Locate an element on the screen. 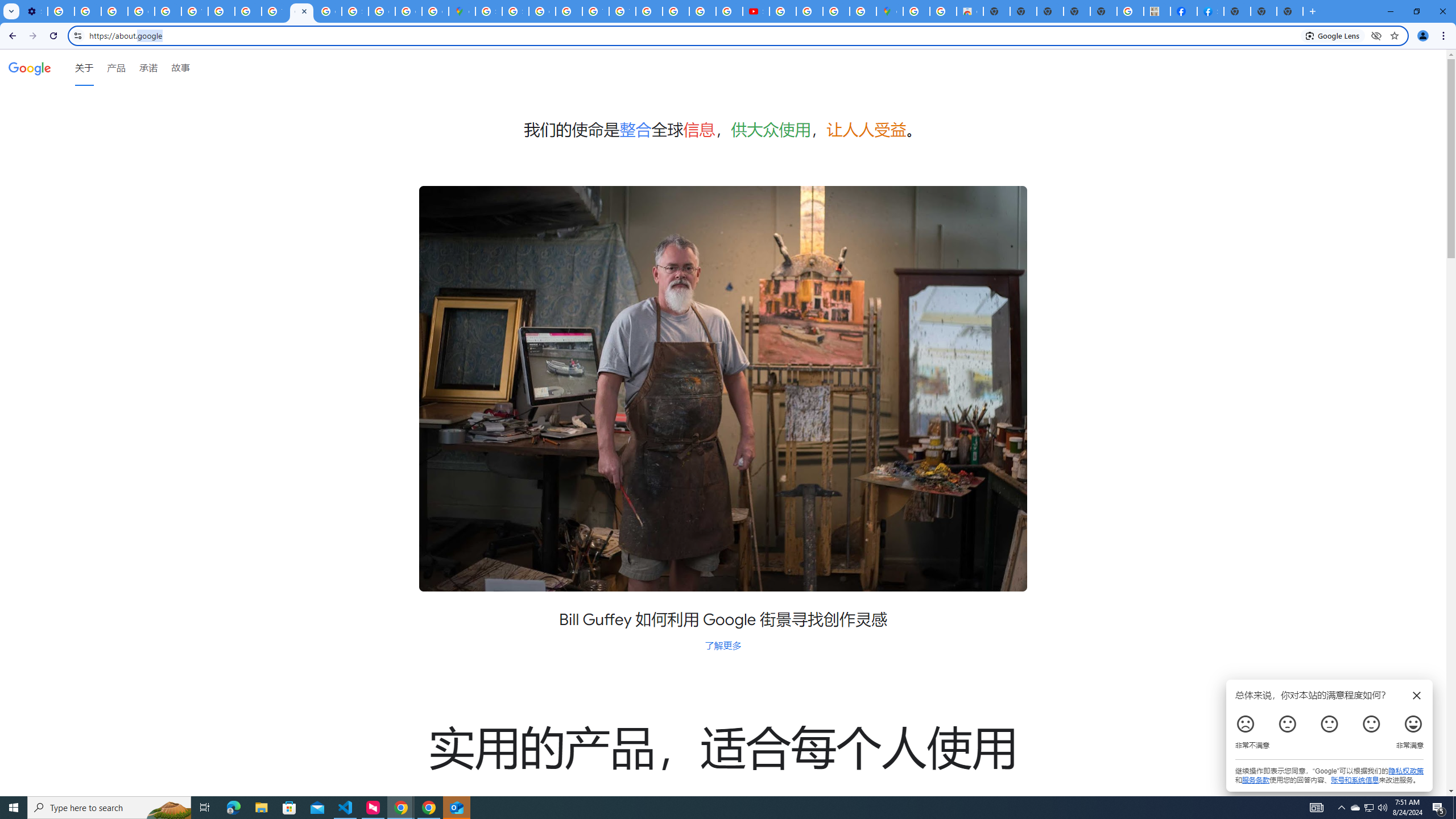  'New Tab' is located at coordinates (1236, 11).